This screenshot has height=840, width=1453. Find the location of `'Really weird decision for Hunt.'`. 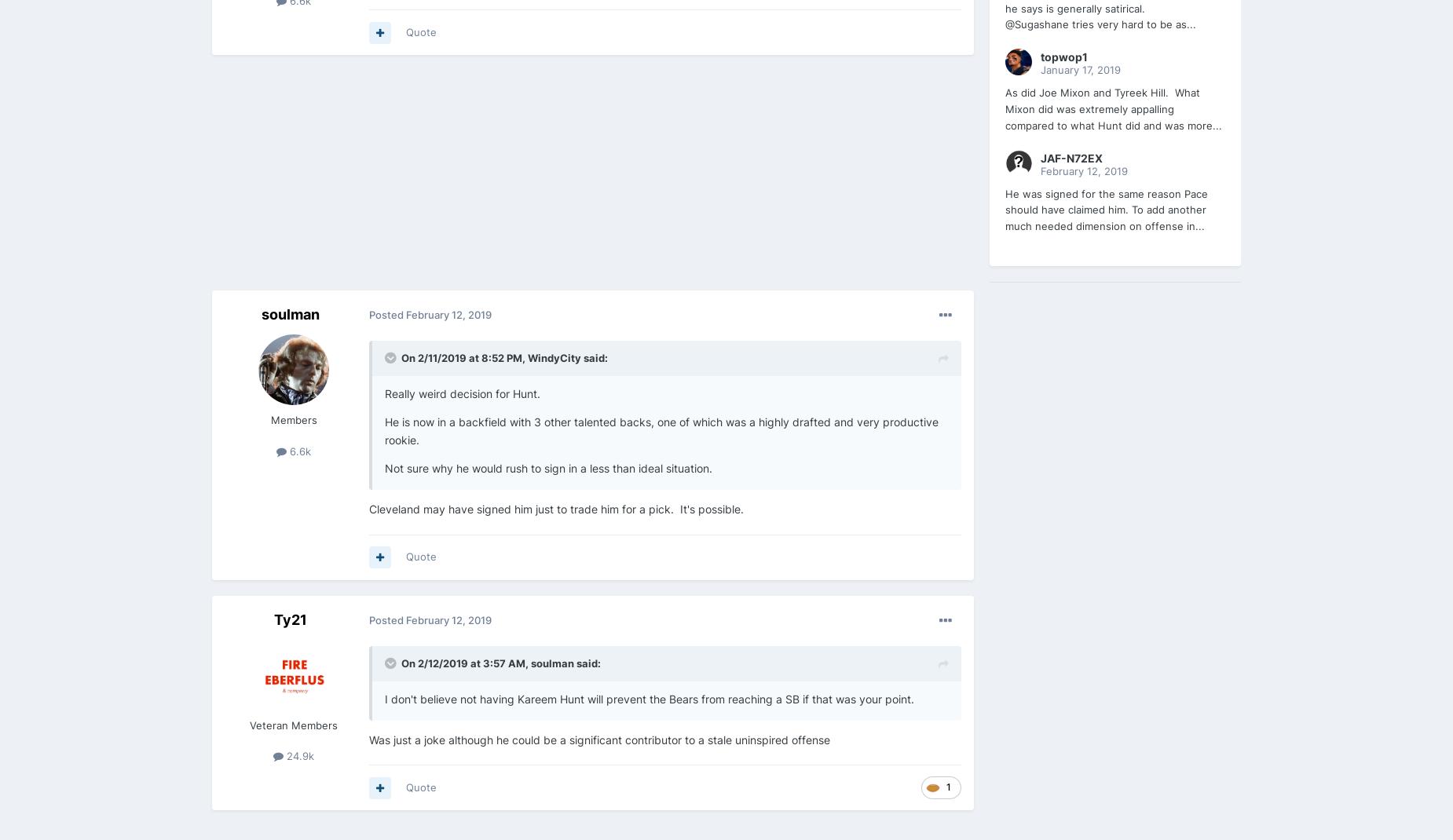

'Really weird decision for Hunt.' is located at coordinates (463, 393).